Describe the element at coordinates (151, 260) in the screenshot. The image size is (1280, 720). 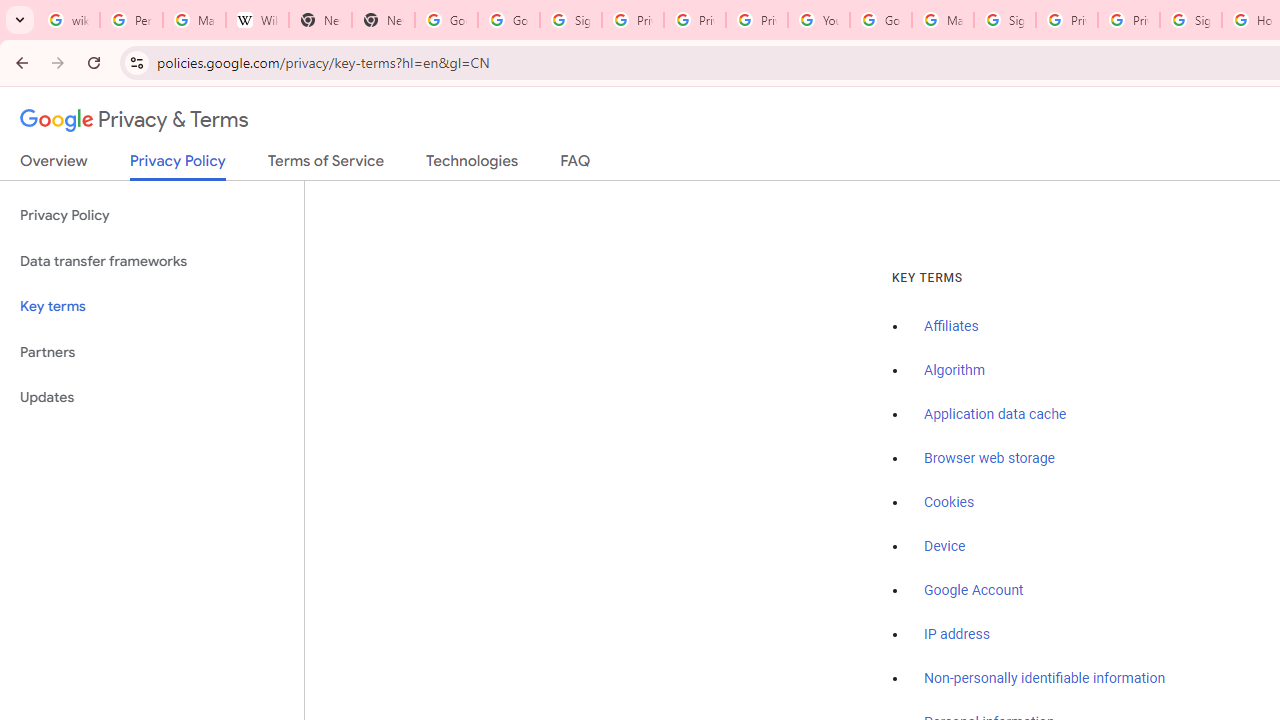
I see `'Data transfer frameworks'` at that location.